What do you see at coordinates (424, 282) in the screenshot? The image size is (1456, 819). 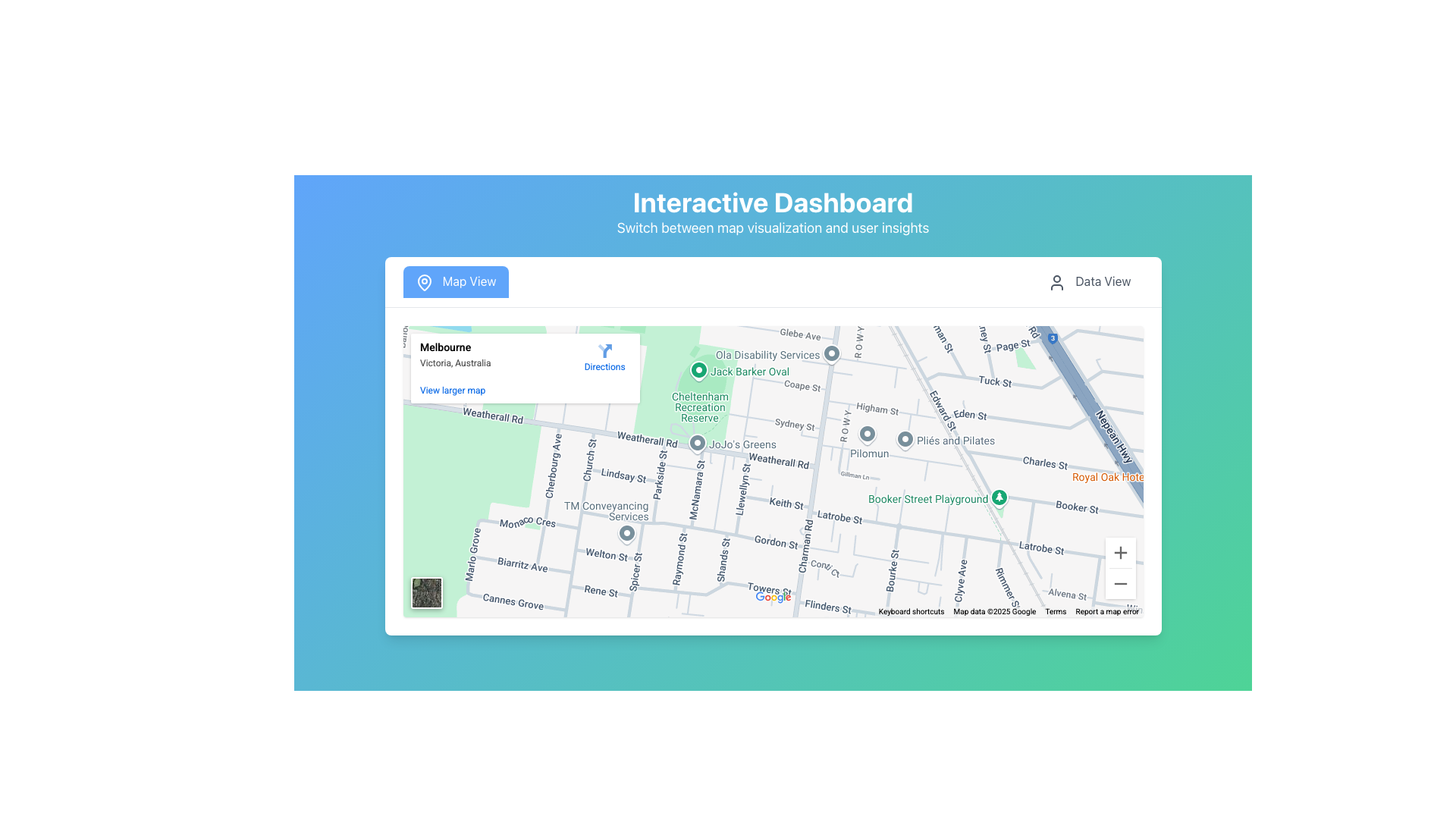 I see `the abstract map location pin icon, which features a circular base, a pointed bottom, and a smaller circle at its center, styled in white on a blue background, located to the left of the 'Map View' button` at bounding box center [424, 282].